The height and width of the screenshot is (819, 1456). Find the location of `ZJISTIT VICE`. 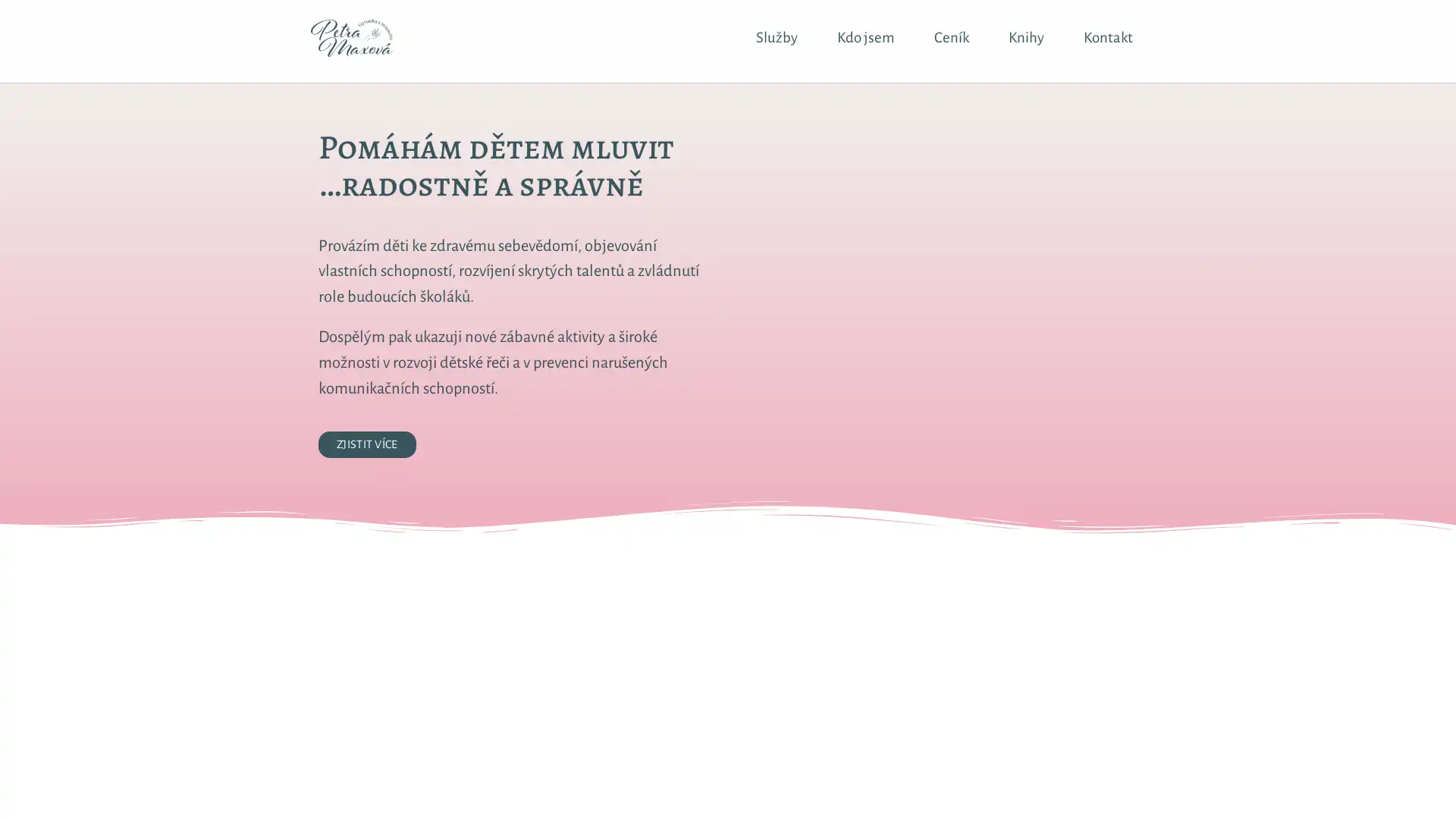

ZJISTIT VICE is located at coordinates (367, 444).